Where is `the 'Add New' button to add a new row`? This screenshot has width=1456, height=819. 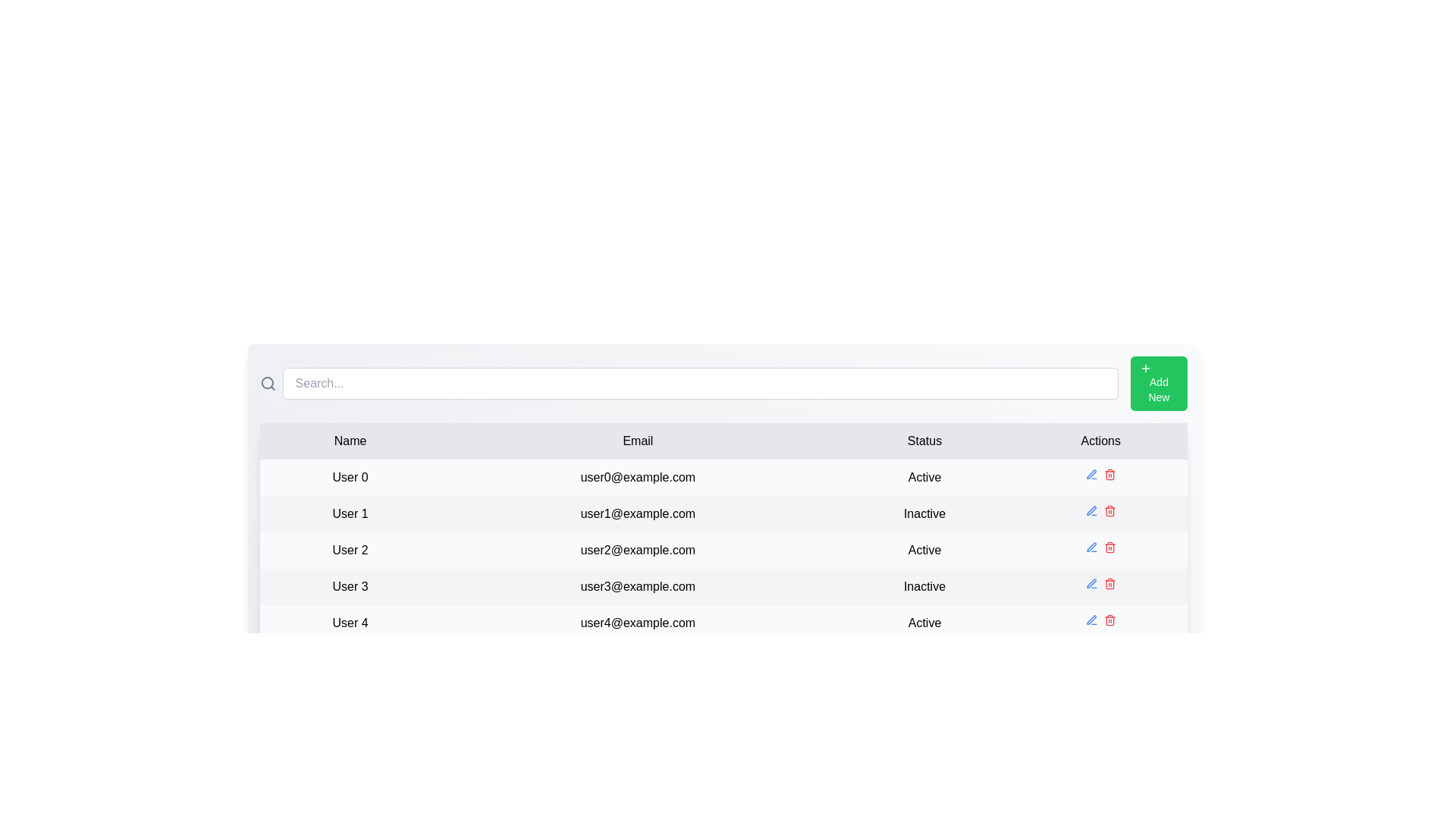
the 'Add New' button to add a new row is located at coordinates (1157, 382).